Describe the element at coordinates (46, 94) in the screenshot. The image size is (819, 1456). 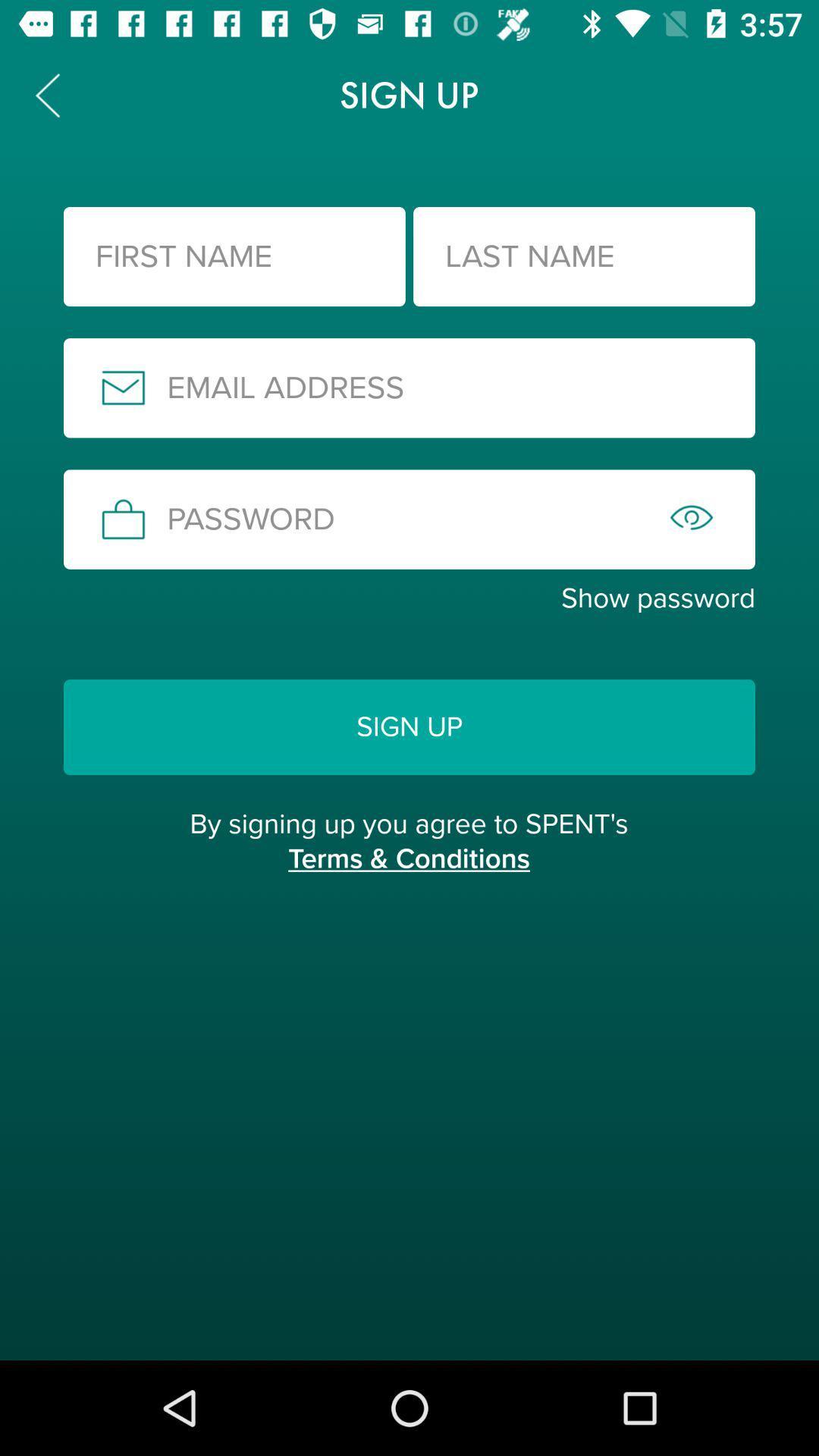
I see `go back` at that location.